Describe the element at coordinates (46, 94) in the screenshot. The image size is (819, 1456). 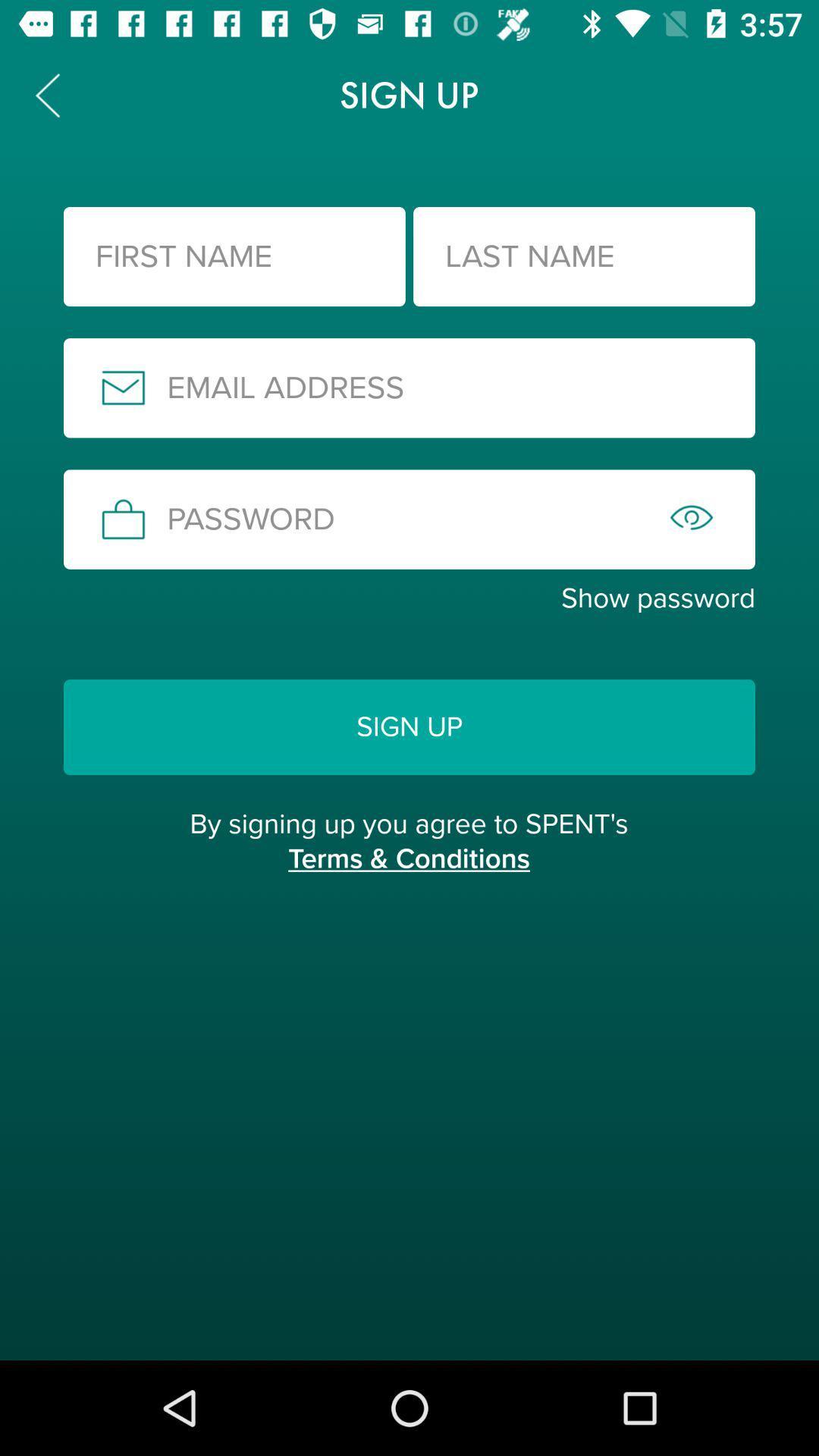
I see `go back` at that location.